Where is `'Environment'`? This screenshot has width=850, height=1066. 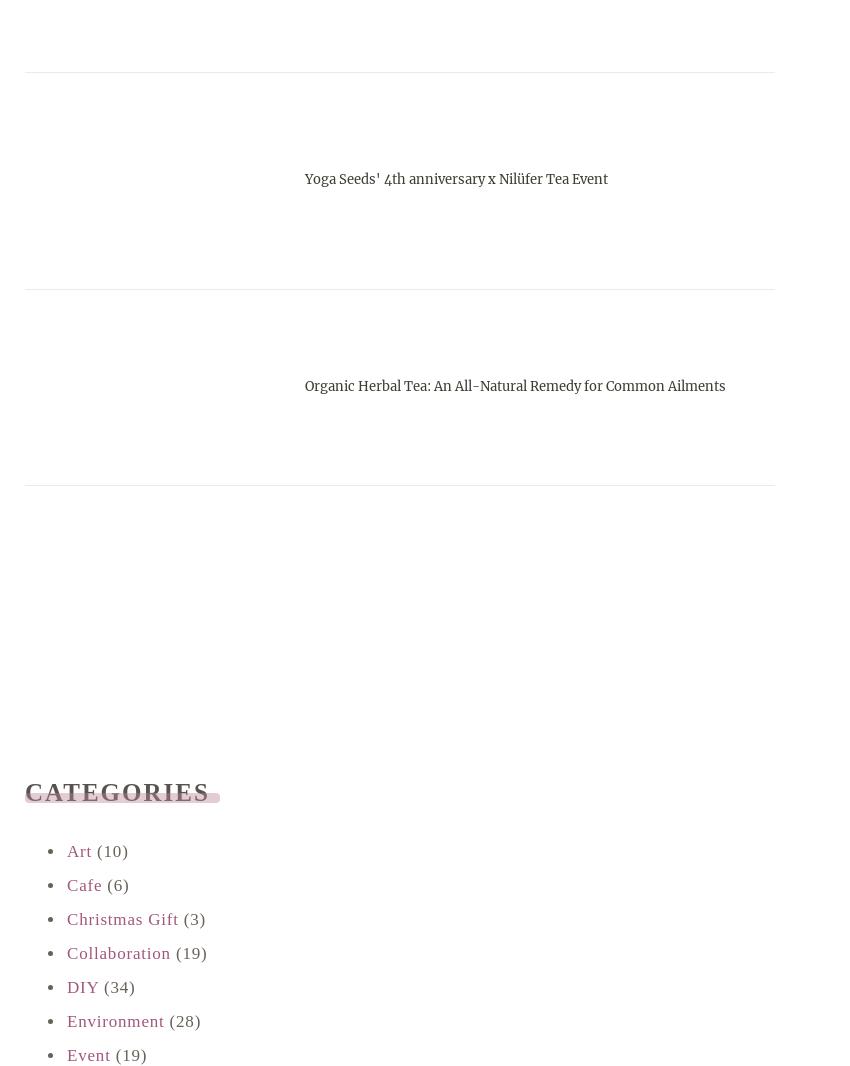
'Environment' is located at coordinates (114, 1021).